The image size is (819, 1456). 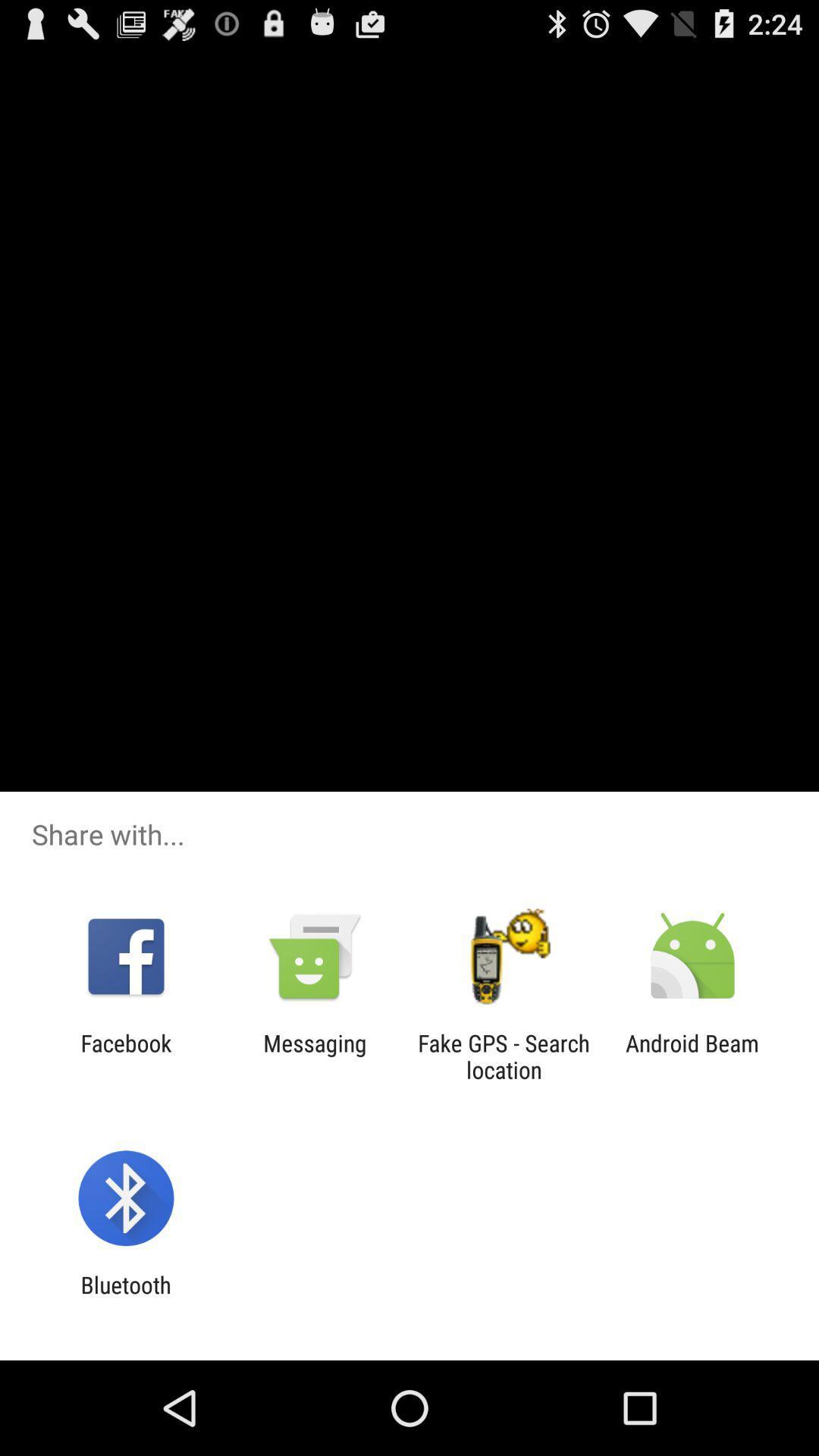 I want to click on the android beam, so click(x=692, y=1056).